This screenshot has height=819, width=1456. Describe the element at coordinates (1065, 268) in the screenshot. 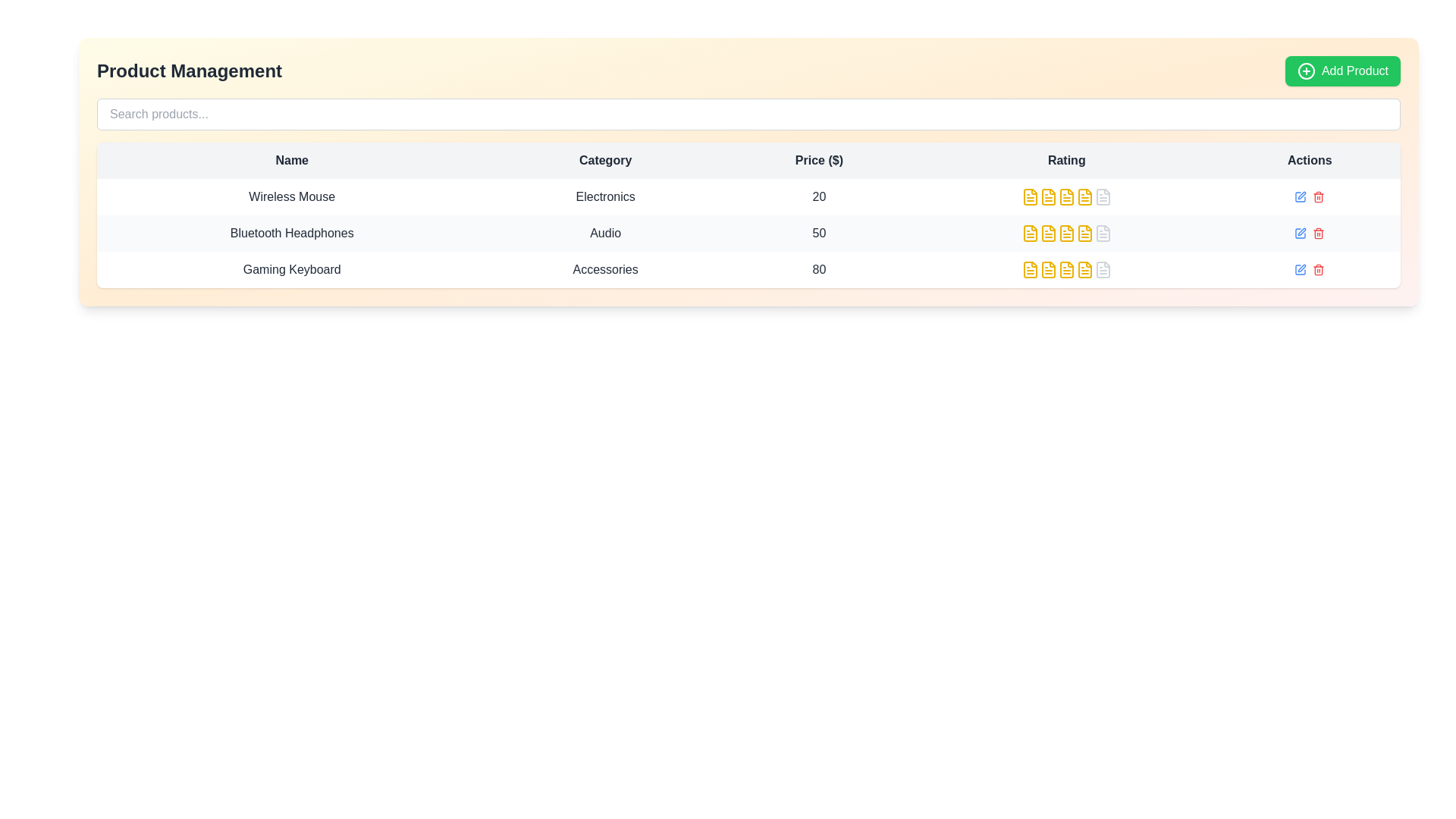

I see `the document icon in the 'Rating' column of the table for the 'Gaming Keyboard' product entry, which is the fourth icon from the left` at that location.